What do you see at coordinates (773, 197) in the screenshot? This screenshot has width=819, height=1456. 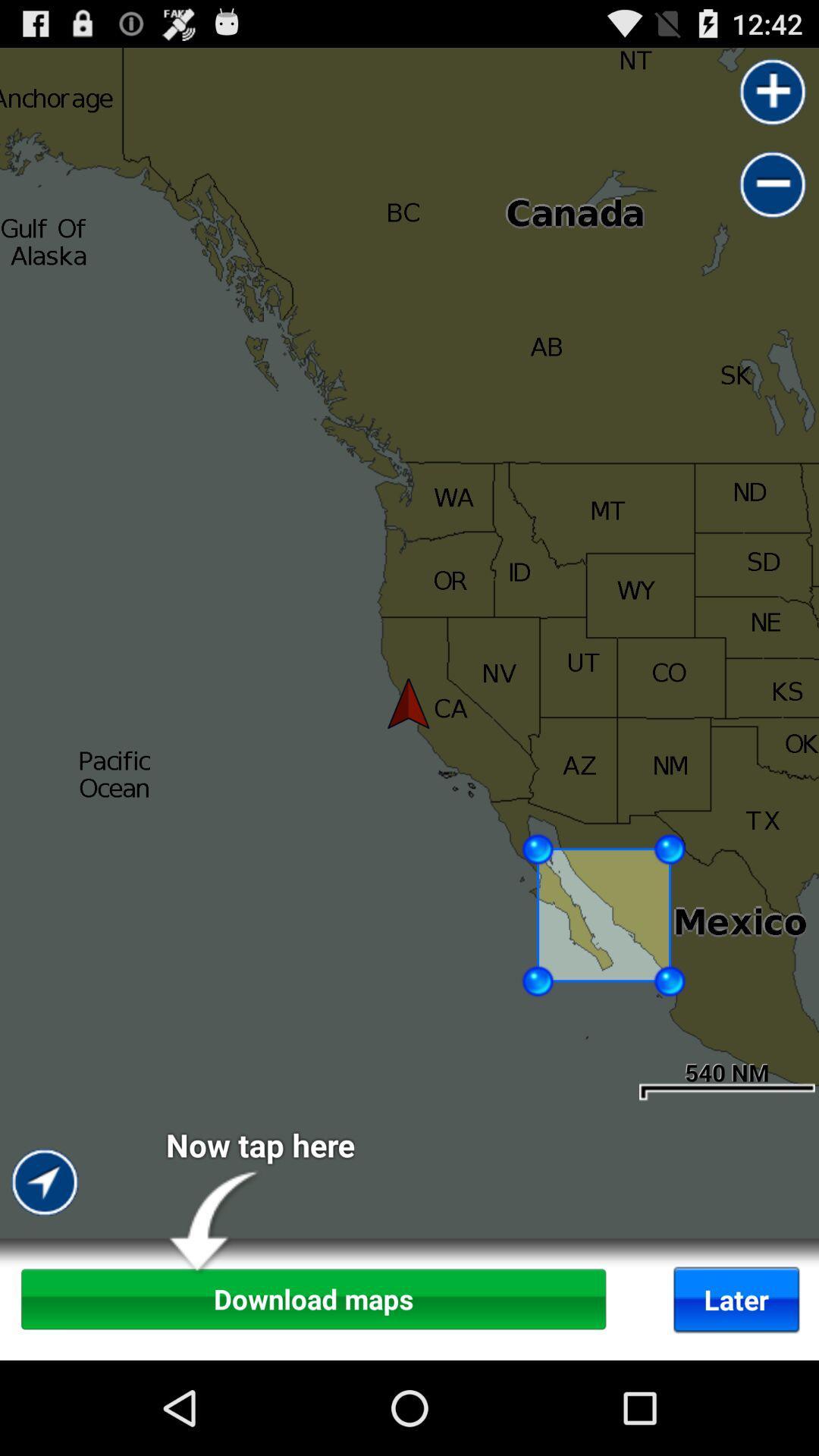 I see `the minus icon` at bounding box center [773, 197].